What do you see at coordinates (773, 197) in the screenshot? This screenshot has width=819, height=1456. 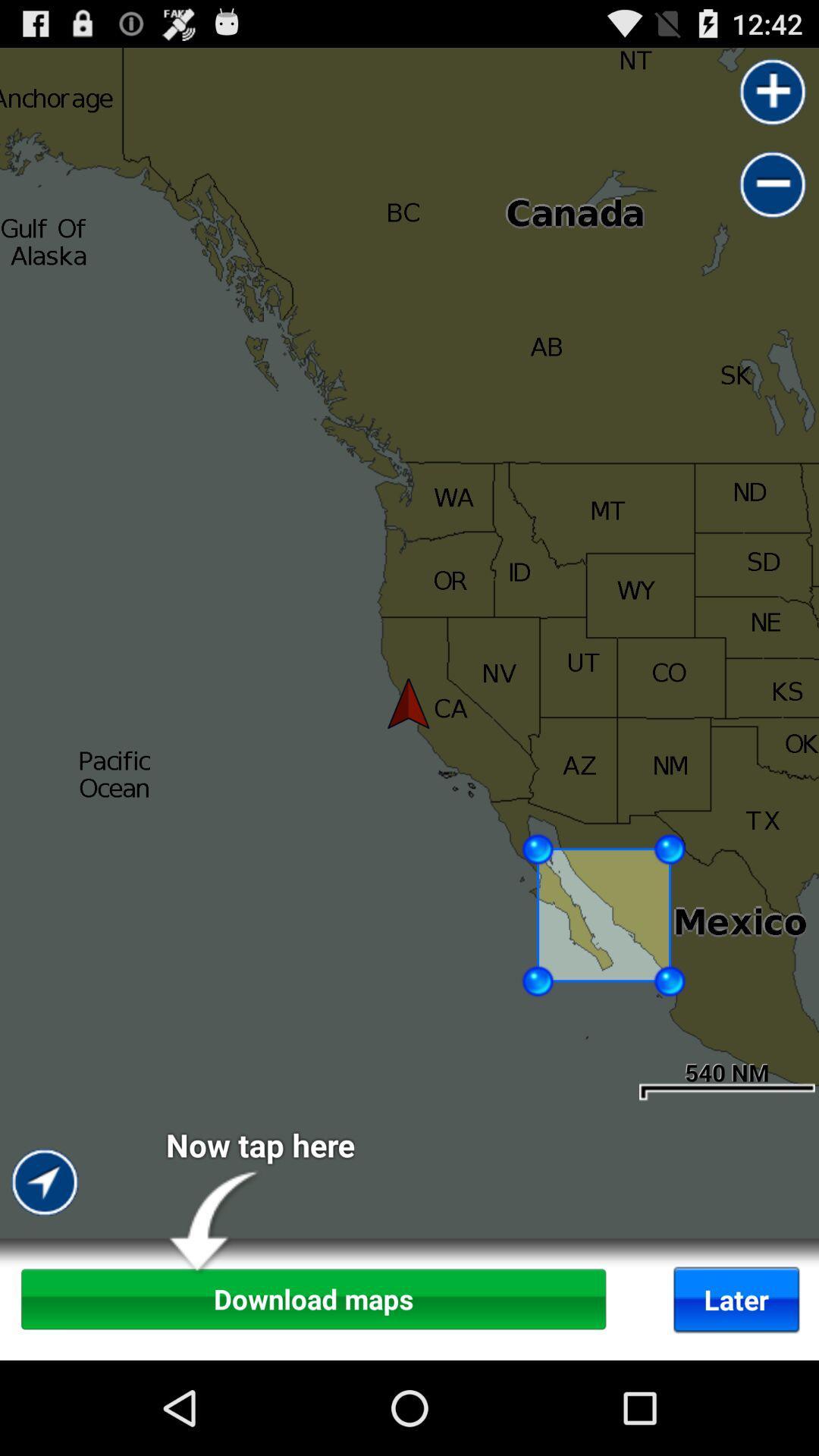 I see `the minus icon` at bounding box center [773, 197].